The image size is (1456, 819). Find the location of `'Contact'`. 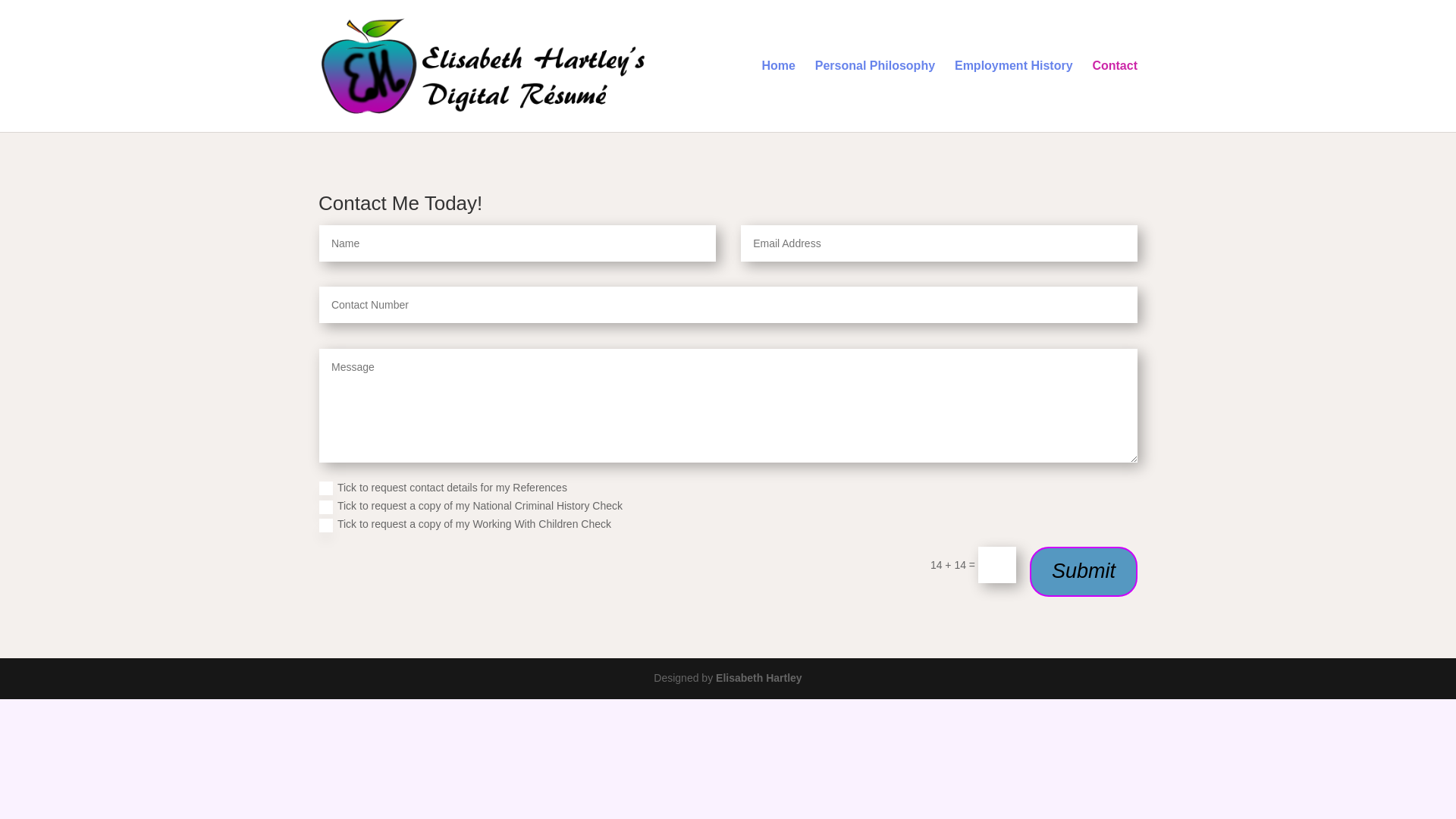

'Contact' is located at coordinates (1114, 96).